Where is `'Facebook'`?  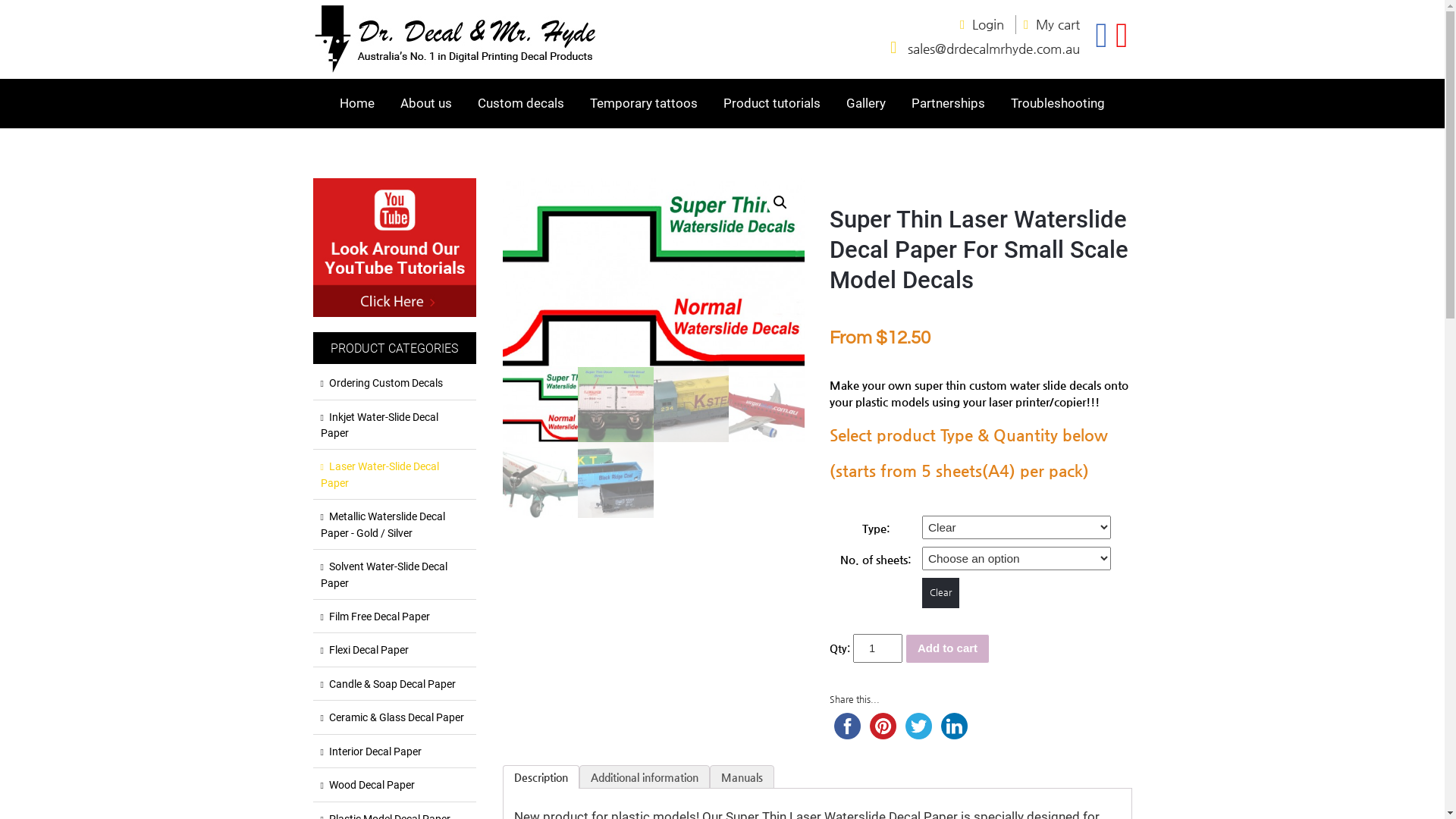
'Facebook' is located at coordinates (846, 725).